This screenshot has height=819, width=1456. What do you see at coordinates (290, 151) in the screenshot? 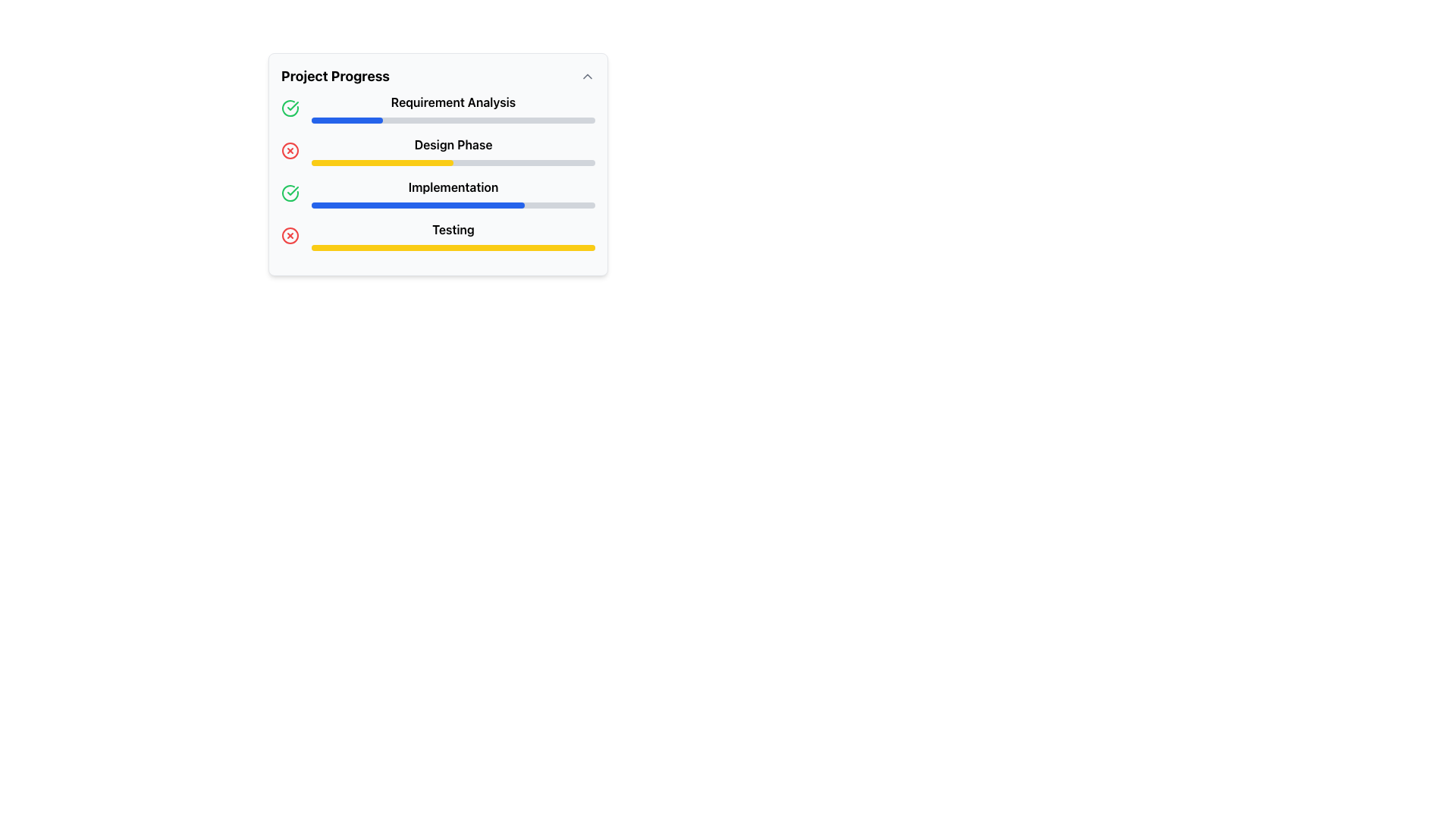
I see `the status indication by focusing on the red circular icon with an 'X' symbol located in the 'Design Phase' section of the Project Progress interface` at bounding box center [290, 151].